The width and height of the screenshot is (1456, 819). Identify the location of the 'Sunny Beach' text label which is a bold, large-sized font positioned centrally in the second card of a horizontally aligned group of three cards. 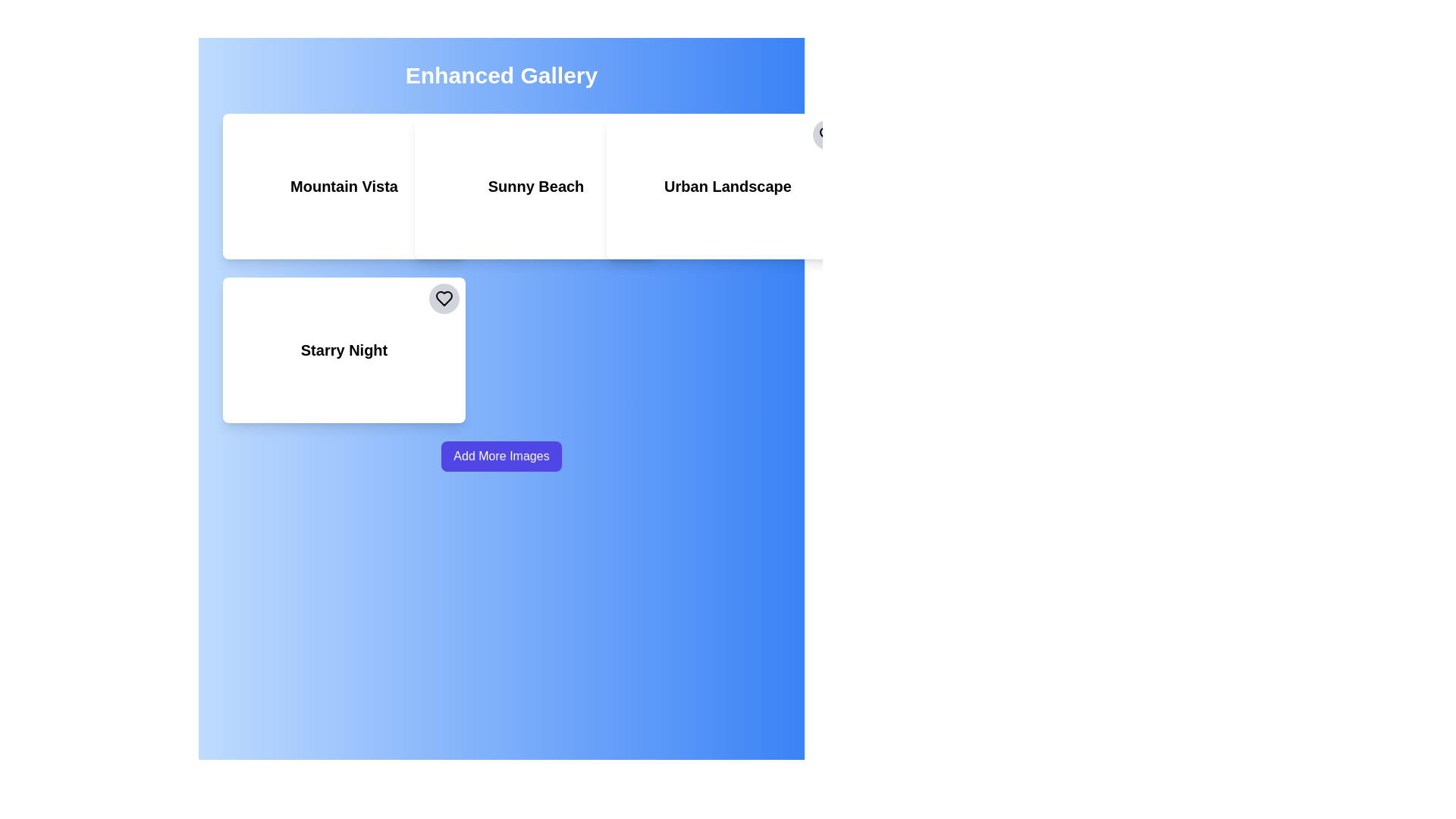
(535, 186).